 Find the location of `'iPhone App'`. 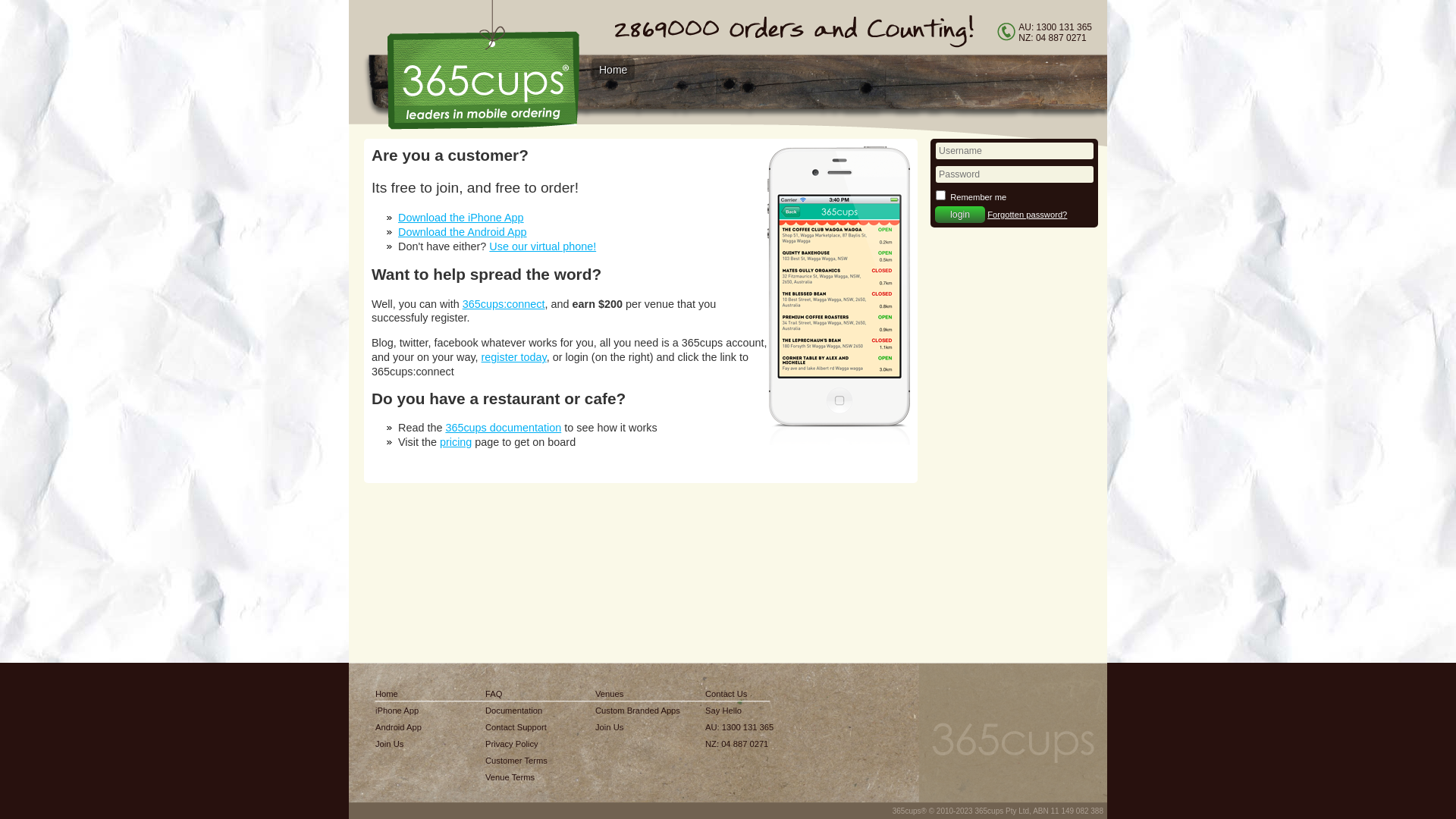

'iPhone App' is located at coordinates (398, 711).